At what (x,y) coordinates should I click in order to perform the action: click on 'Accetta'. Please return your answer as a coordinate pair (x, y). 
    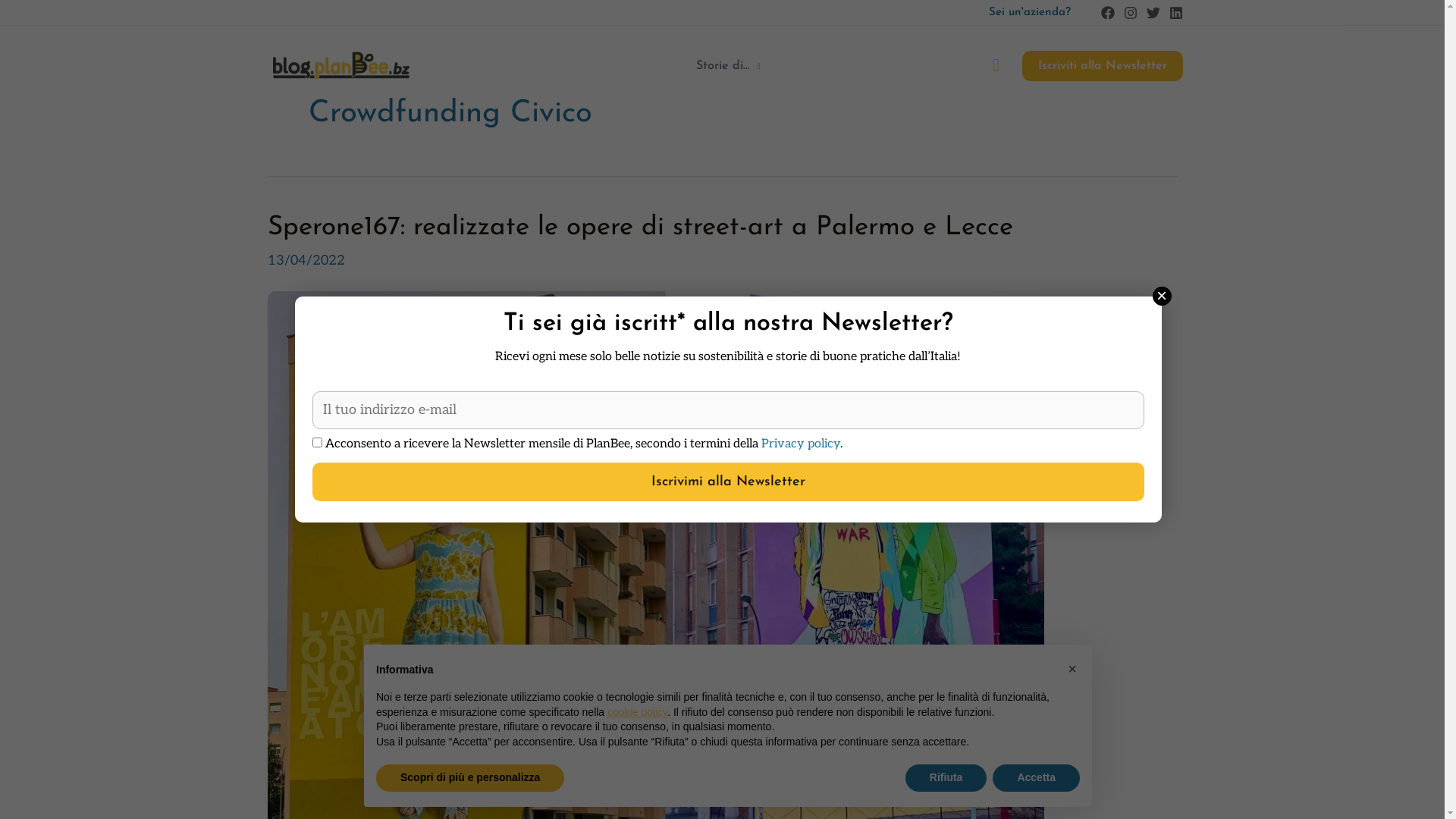
    Looking at the image, I should click on (993, 778).